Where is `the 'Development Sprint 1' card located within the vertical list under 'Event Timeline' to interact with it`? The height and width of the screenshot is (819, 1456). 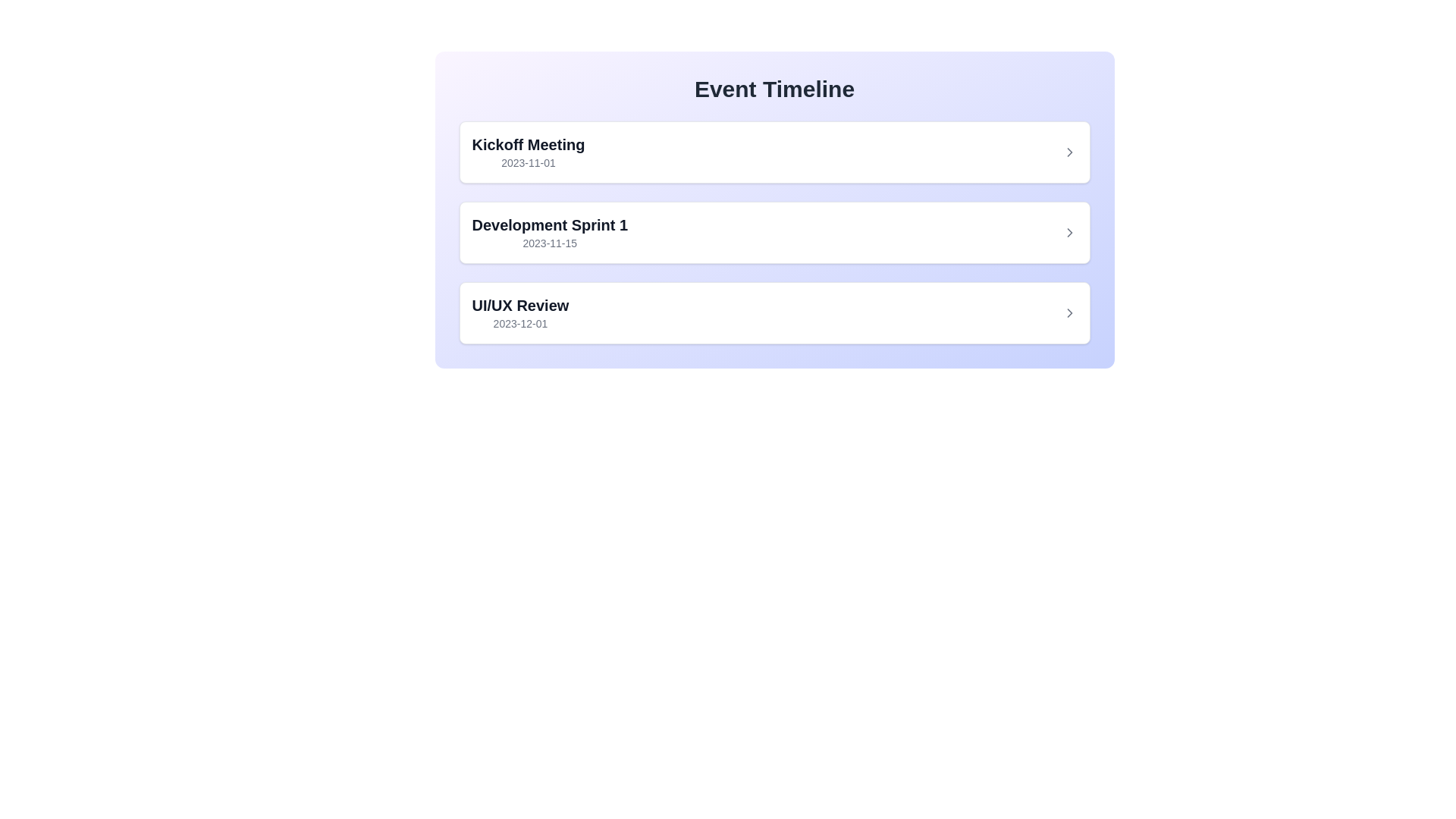 the 'Development Sprint 1' card located within the vertical list under 'Event Timeline' to interact with it is located at coordinates (774, 233).